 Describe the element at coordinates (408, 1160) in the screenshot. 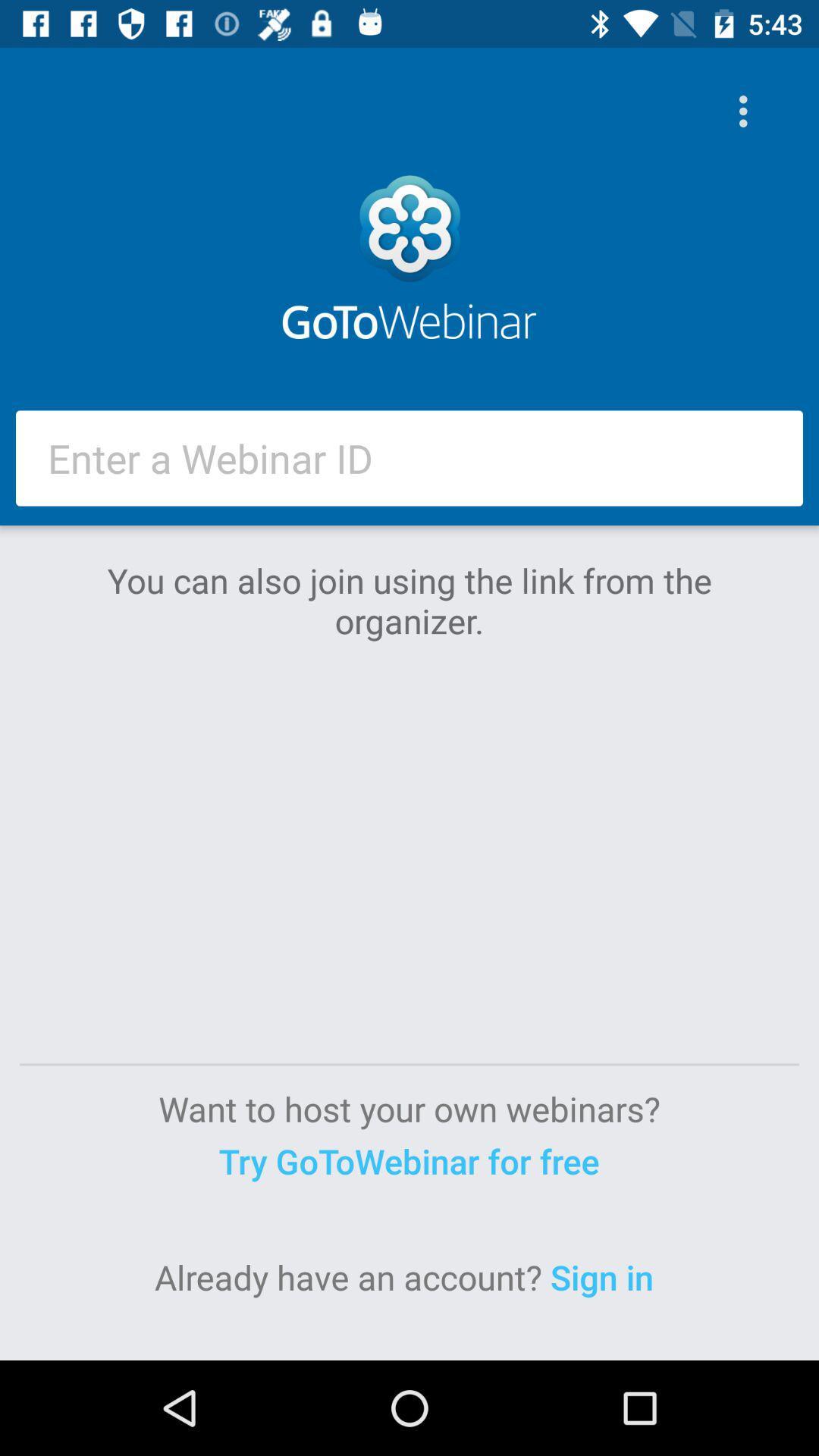

I see `try gotowebinar for icon` at that location.